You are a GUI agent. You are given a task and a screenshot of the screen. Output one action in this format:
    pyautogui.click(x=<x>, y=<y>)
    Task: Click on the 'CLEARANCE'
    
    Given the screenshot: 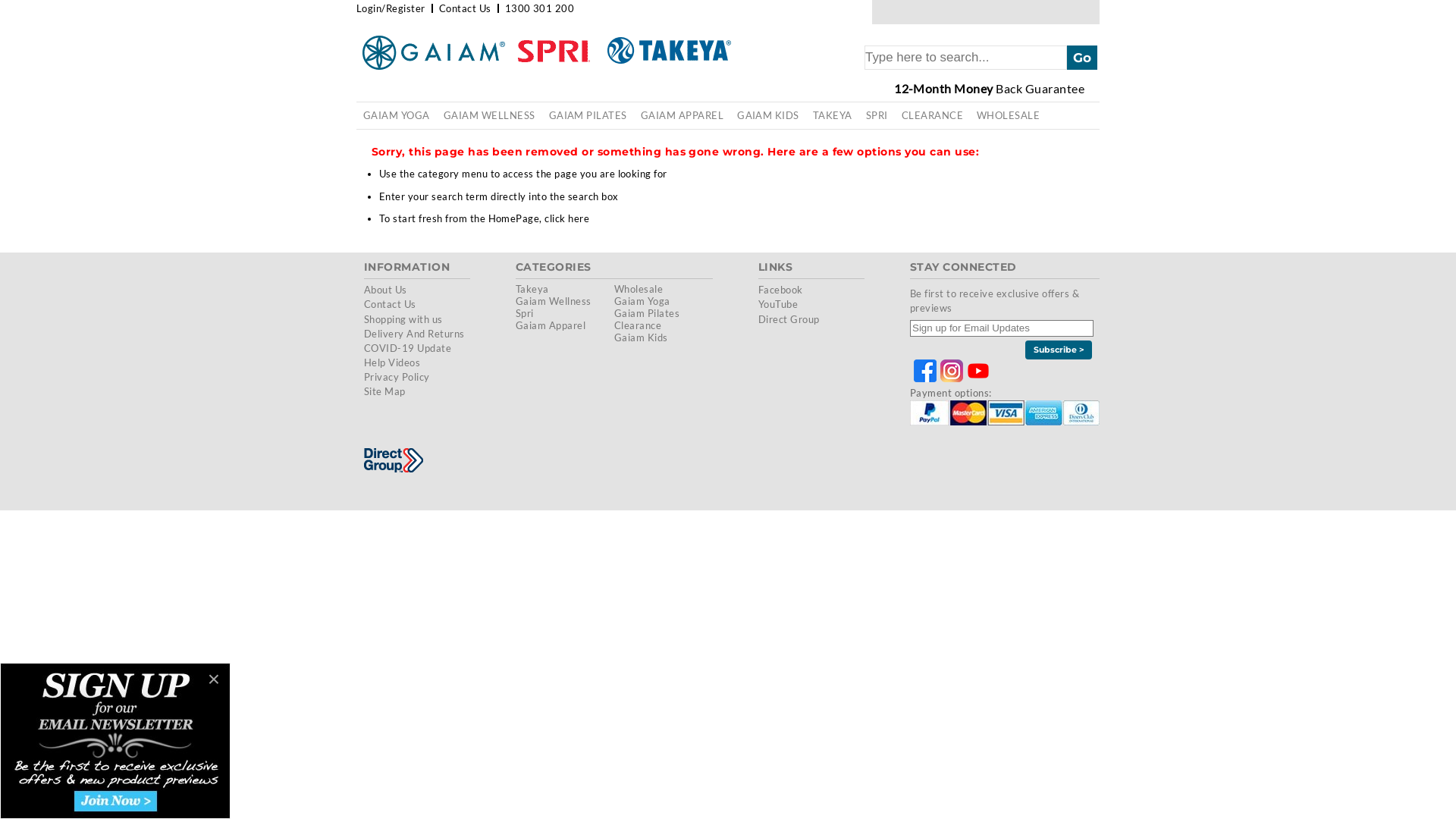 What is the action you would take?
    pyautogui.click(x=931, y=115)
    